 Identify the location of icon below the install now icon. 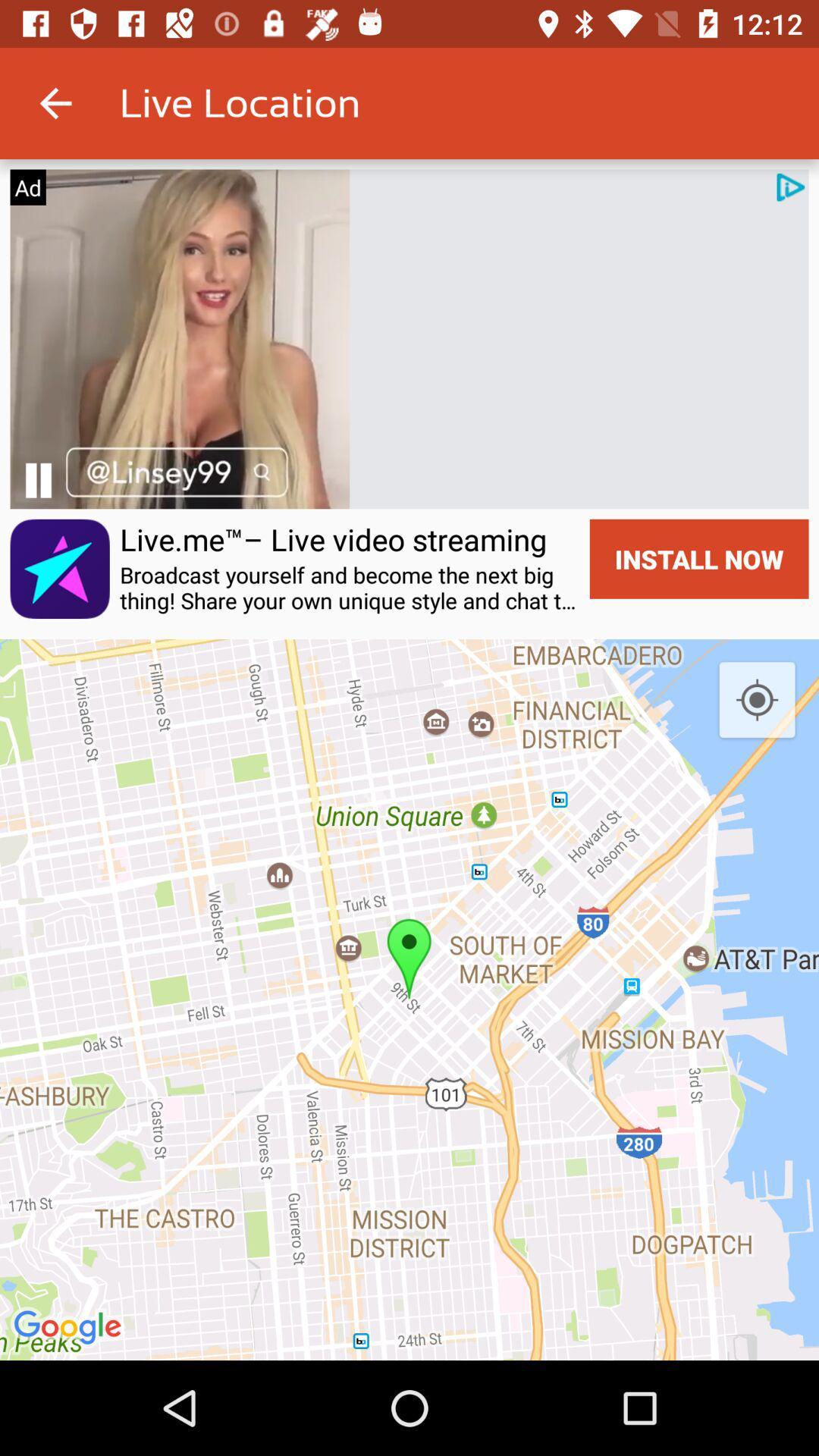
(757, 700).